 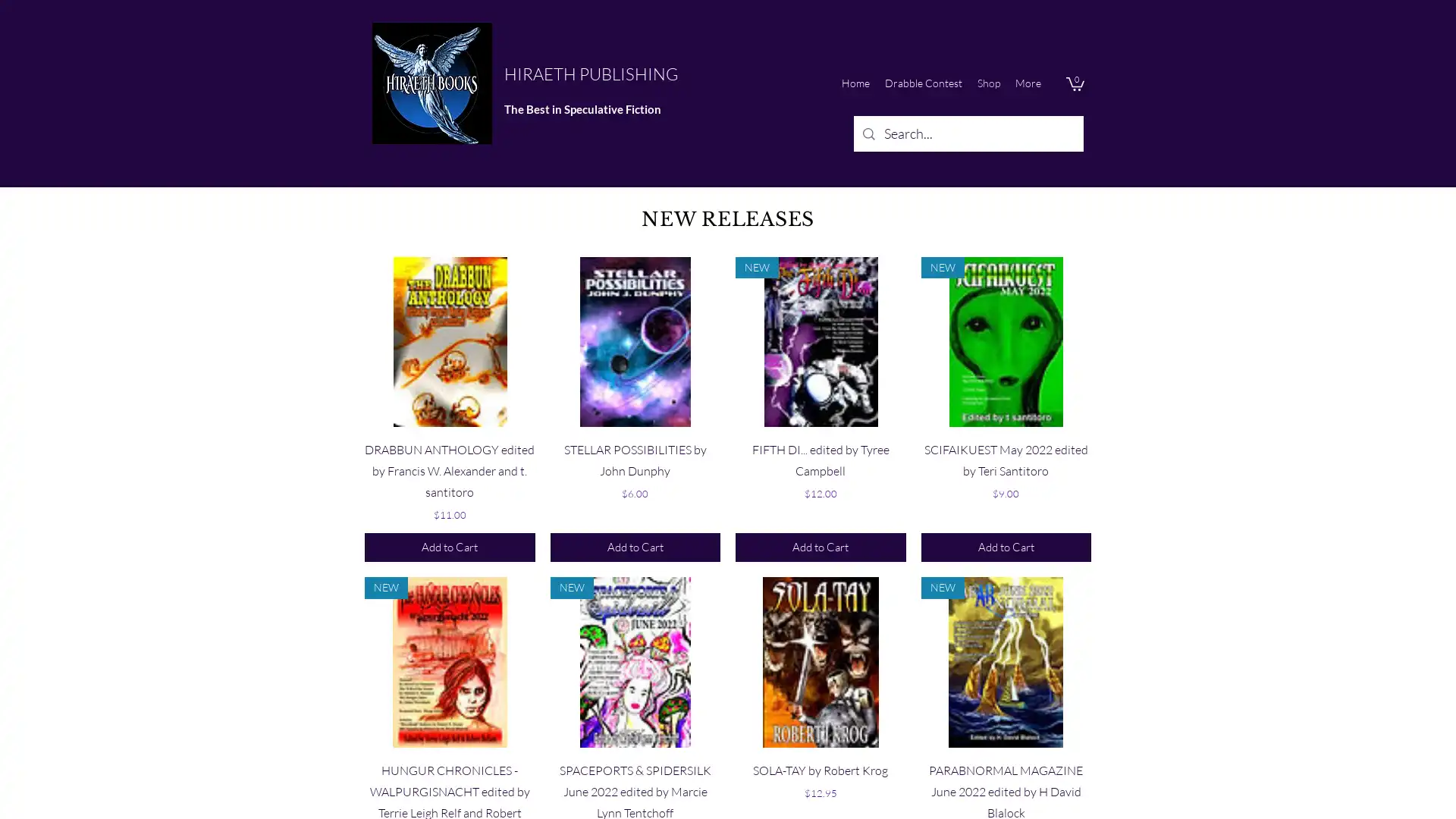 I want to click on Add to Cart, so click(x=449, y=547).